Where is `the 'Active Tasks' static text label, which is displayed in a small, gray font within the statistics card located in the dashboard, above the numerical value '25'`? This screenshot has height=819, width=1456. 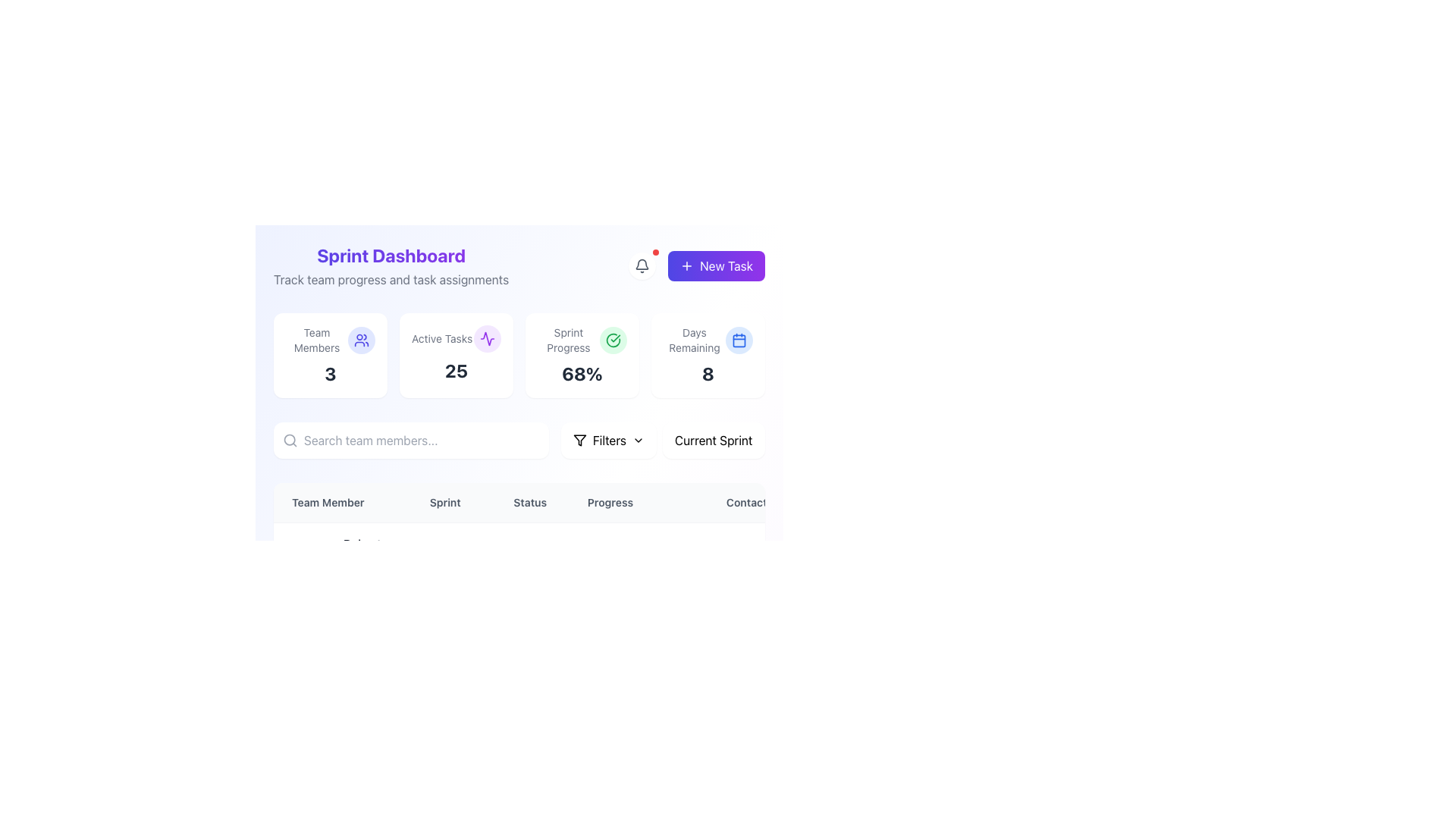
the 'Active Tasks' static text label, which is displayed in a small, gray font within the statistics card located in the dashboard, above the numerical value '25' is located at coordinates (441, 338).